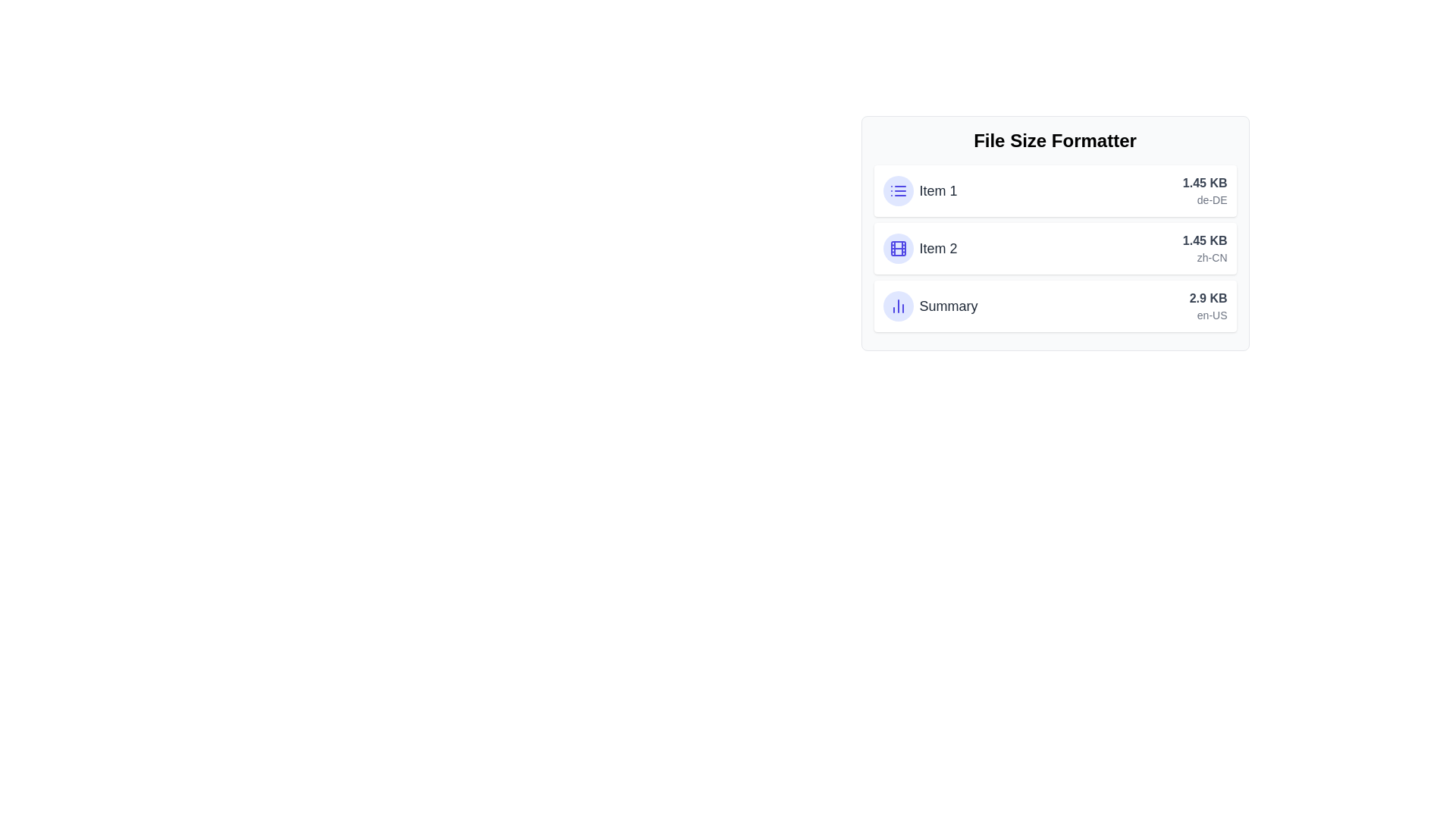 Image resolution: width=1456 pixels, height=819 pixels. Describe the element at coordinates (919, 190) in the screenshot. I see `the first row containing the icon resembling a list and the label 'Item 1' under the heading 'File Size Formatter'` at that location.